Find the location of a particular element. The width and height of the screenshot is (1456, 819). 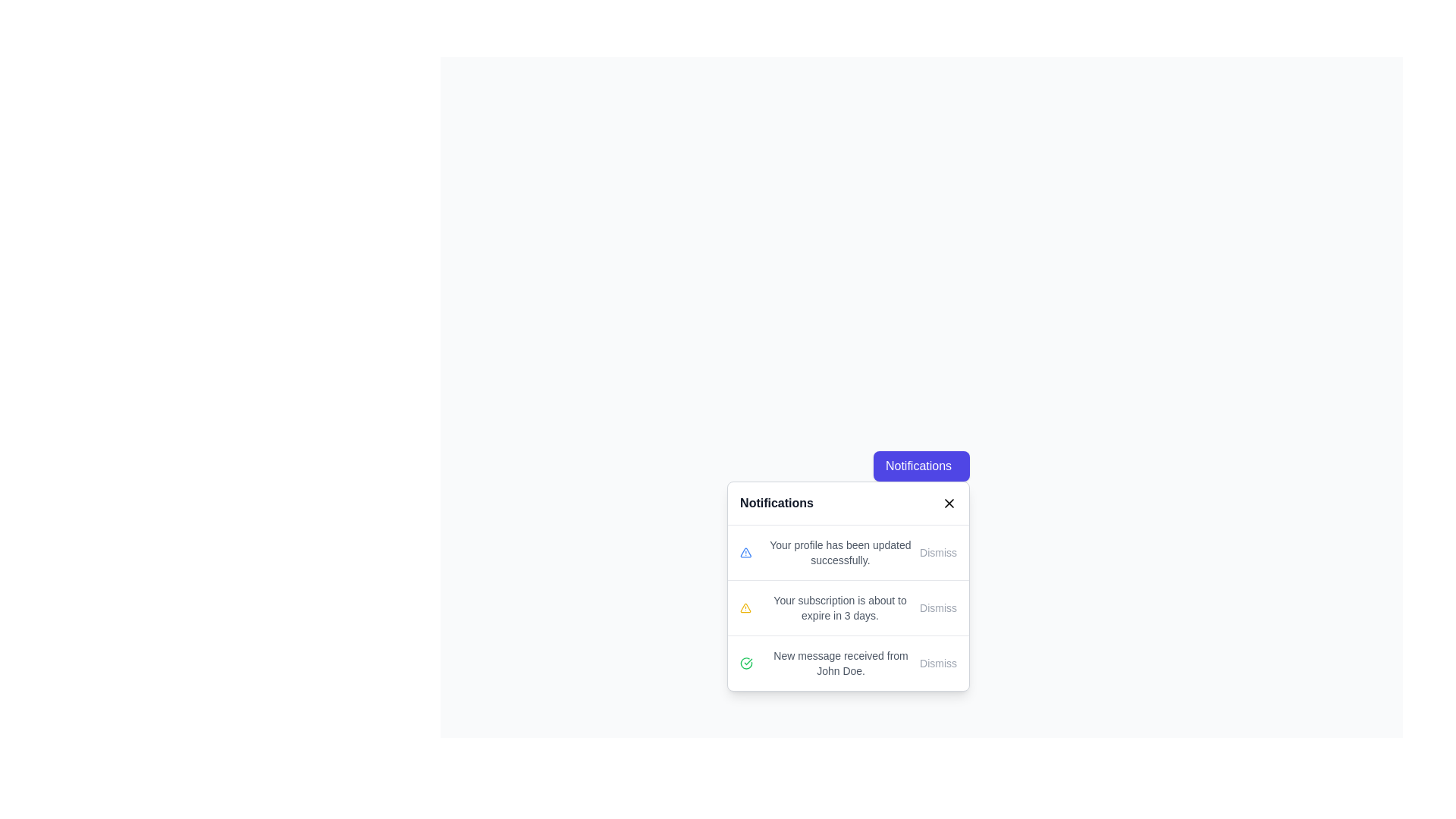

the third notification item in the notification list, which includes a green check icon and the text 'New message received from John Doe.' is located at coordinates (848, 662).